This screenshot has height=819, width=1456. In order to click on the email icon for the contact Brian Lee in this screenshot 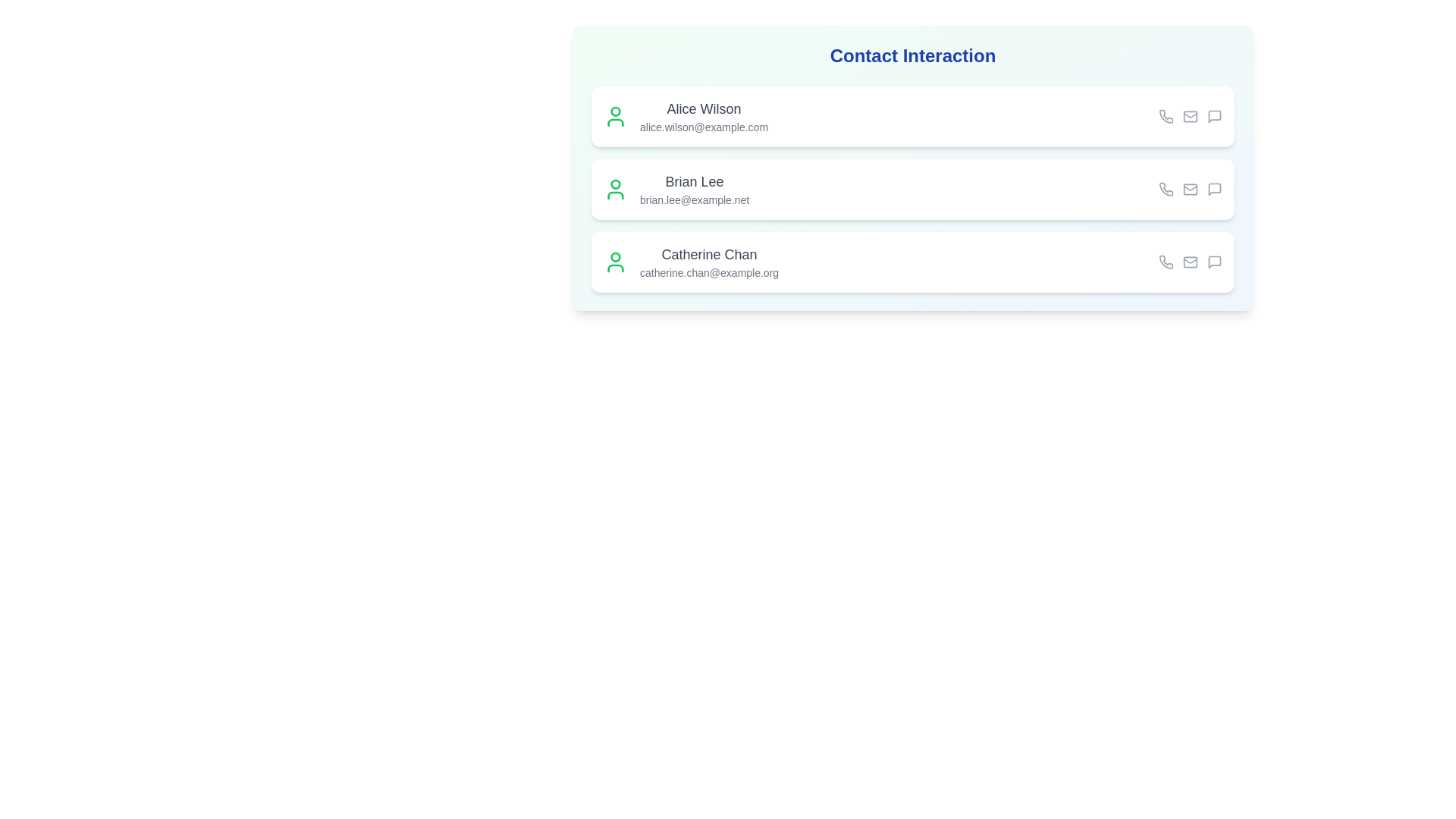, I will do `click(1189, 189)`.